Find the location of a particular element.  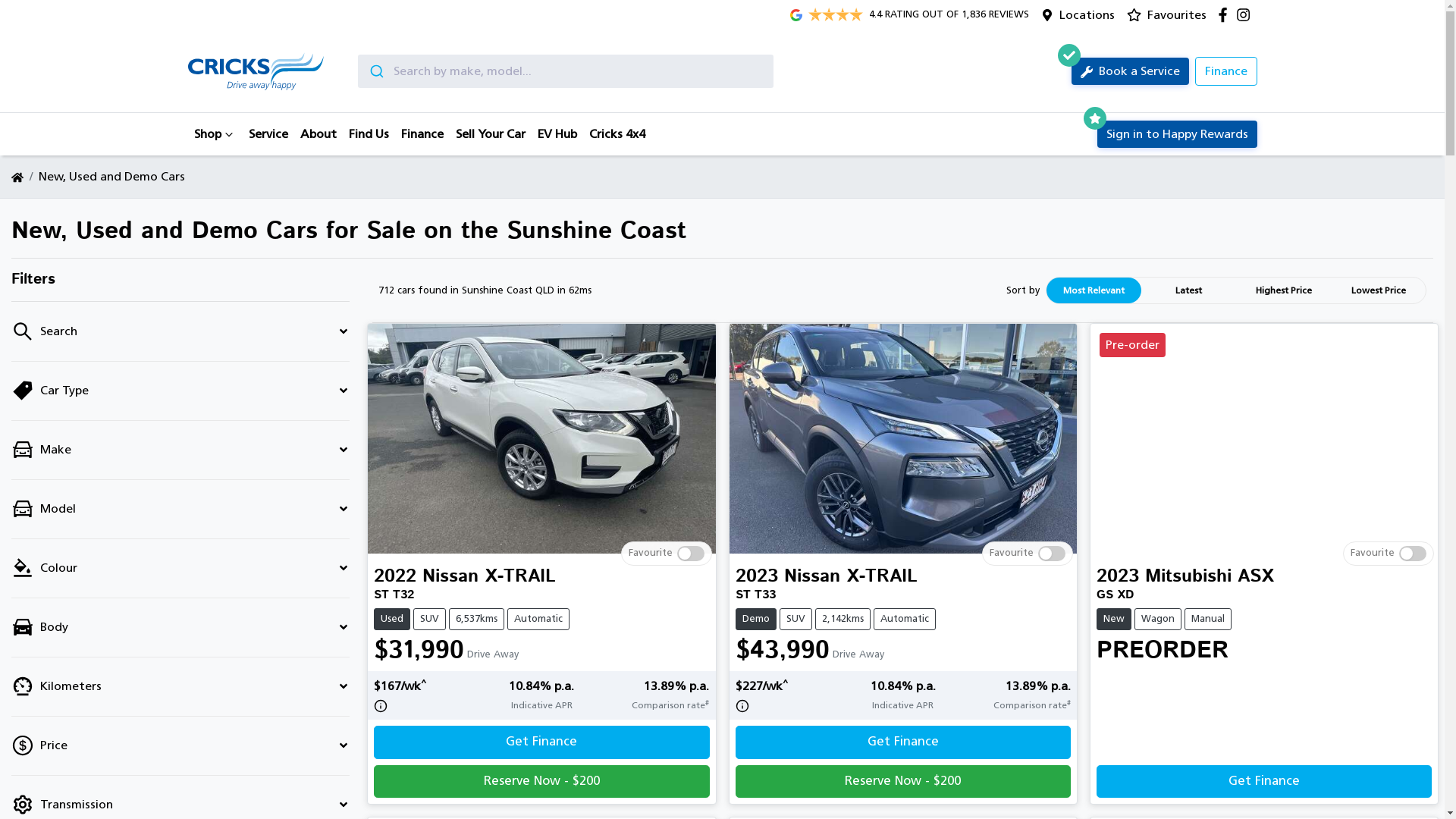

'Make' is located at coordinates (180, 449).